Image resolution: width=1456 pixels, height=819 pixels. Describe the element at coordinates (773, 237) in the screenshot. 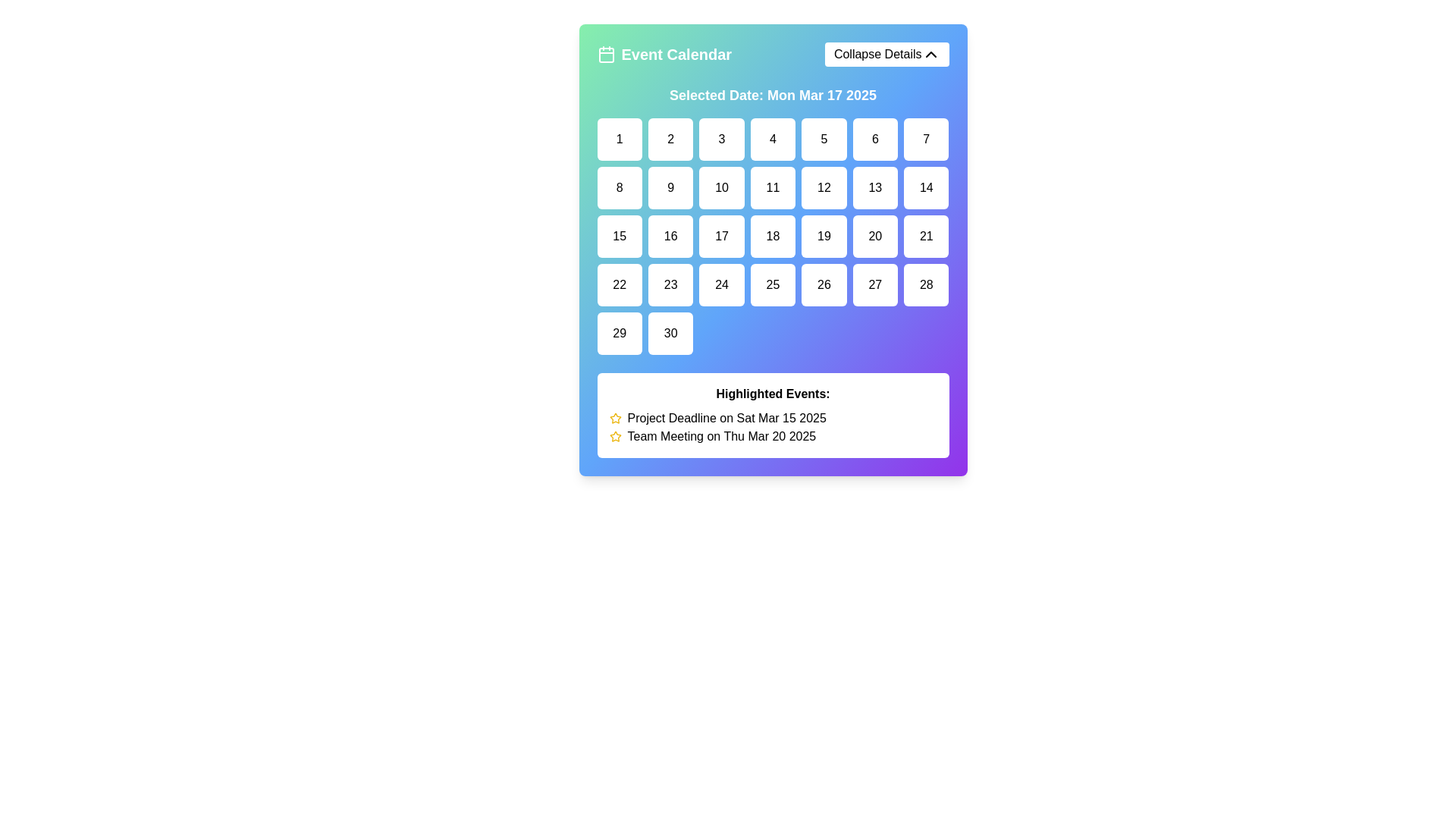

I see `the 18th grid cell in the calendar interface` at that location.